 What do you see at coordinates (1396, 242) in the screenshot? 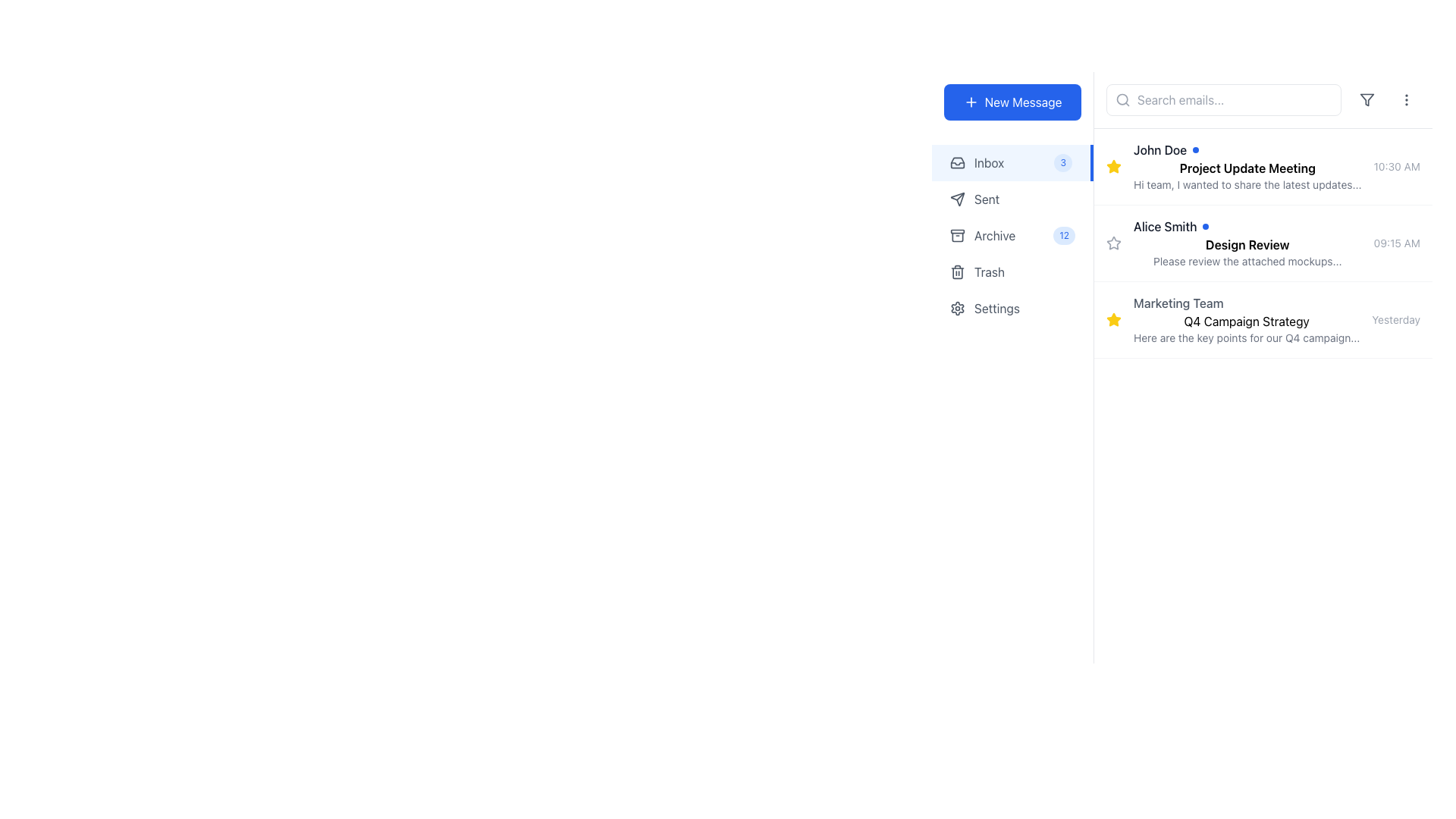
I see `timestamp displayed at the far-right end of the email entry from 'Alice Smith', indicating the time it was received` at bounding box center [1396, 242].